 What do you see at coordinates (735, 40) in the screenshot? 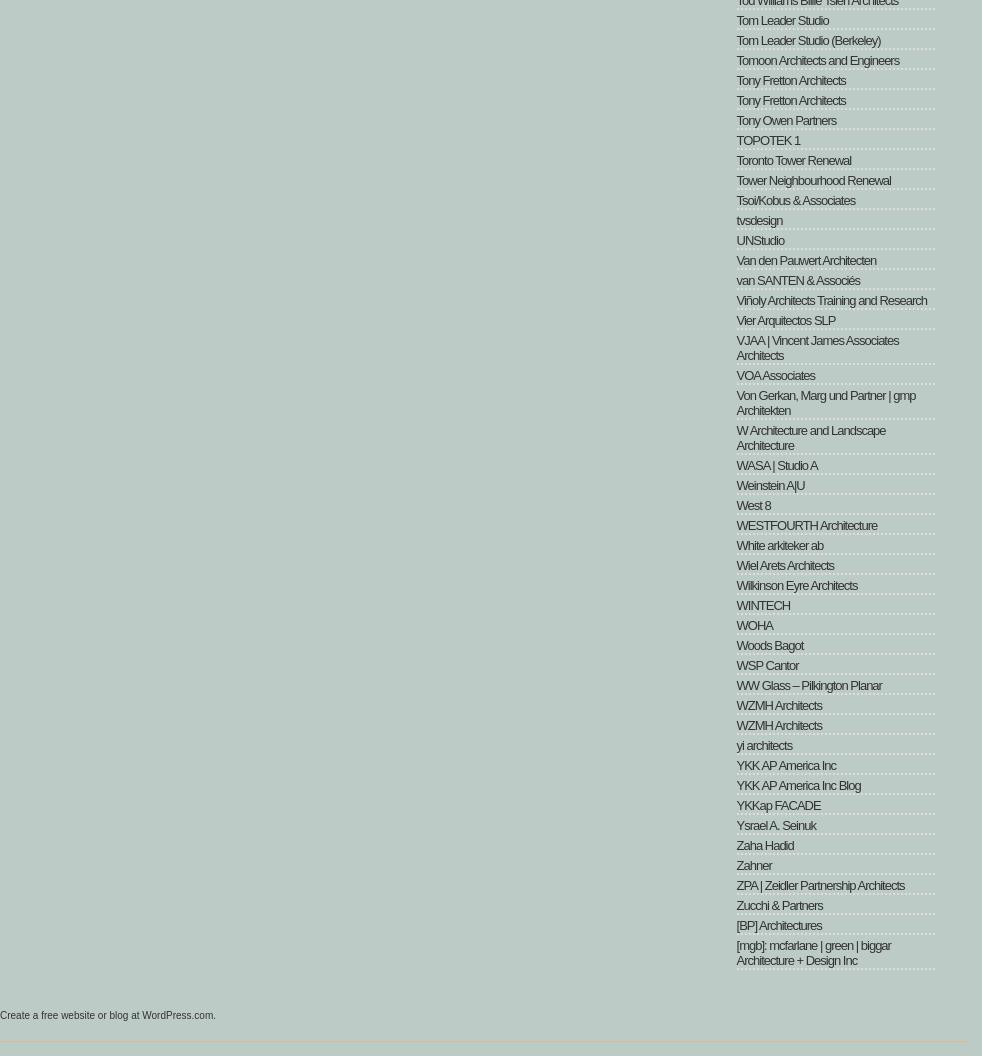
I see `'Tom Leader Studio (Berkeley)'` at bounding box center [735, 40].